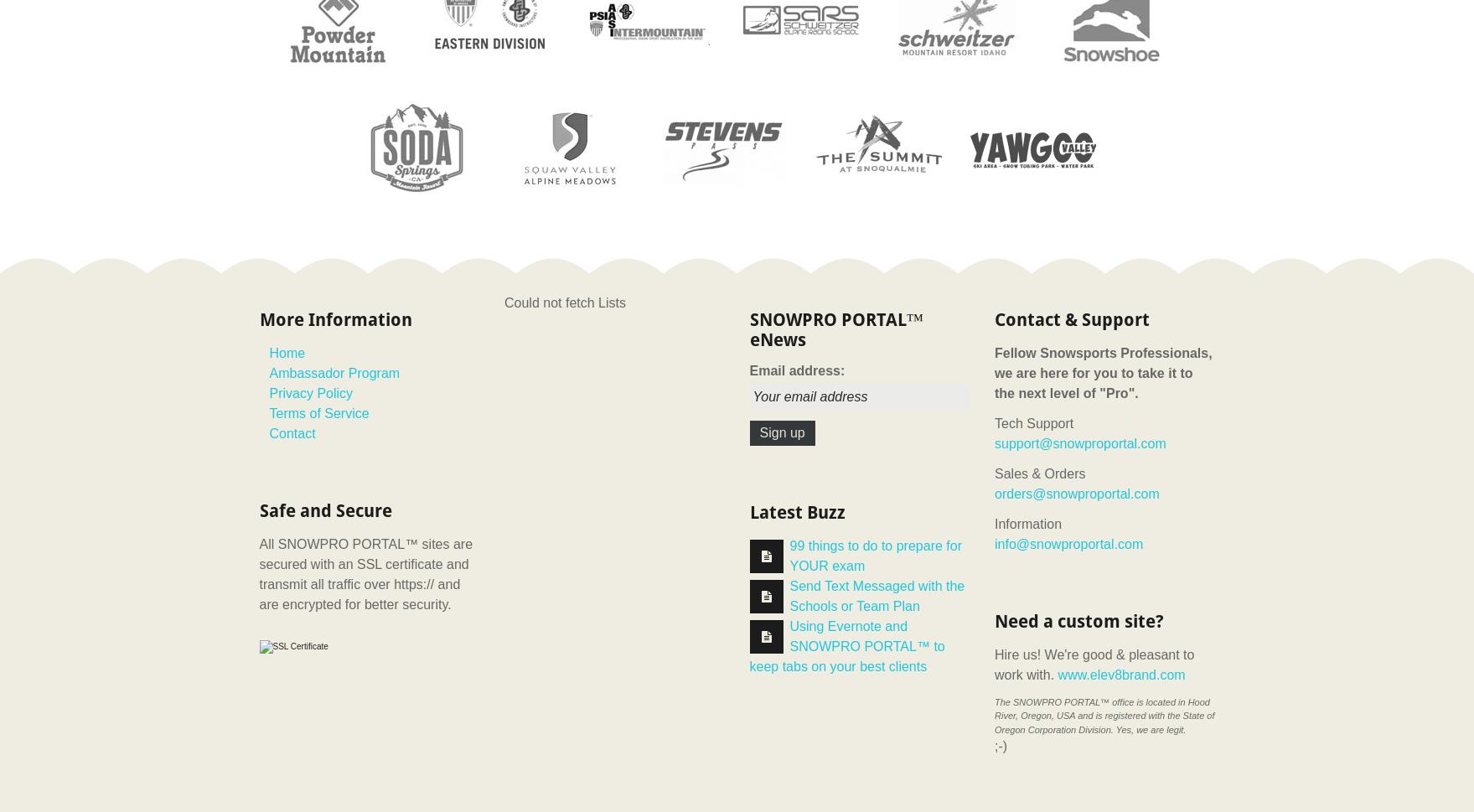 The width and height of the screenshot is (1474, 812). Describe the element at coordinates (1001, 746) in the screenshot. I see `';-)'` at that location.